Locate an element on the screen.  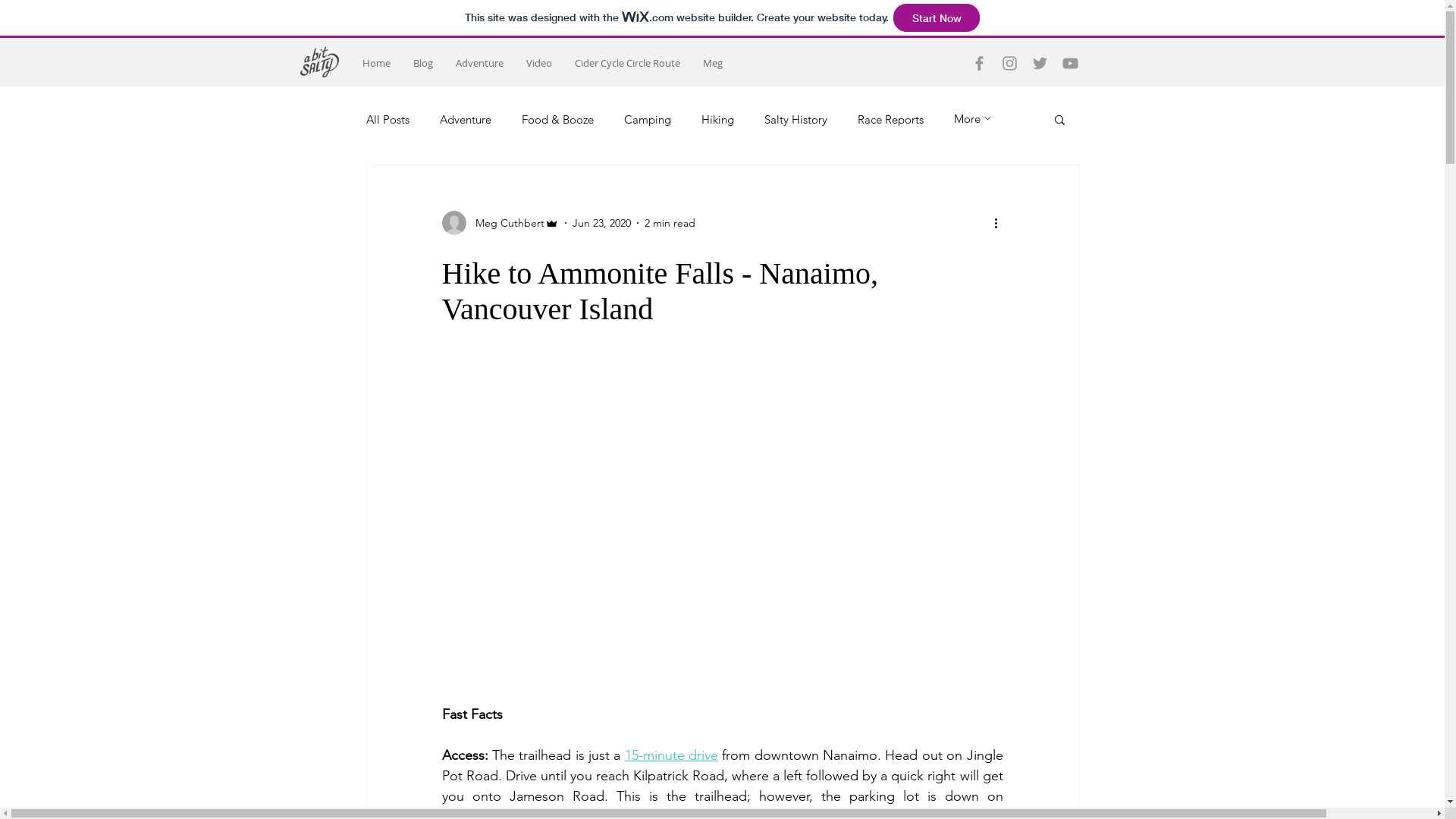
'Adventure' is located at coordinates (479, 62).